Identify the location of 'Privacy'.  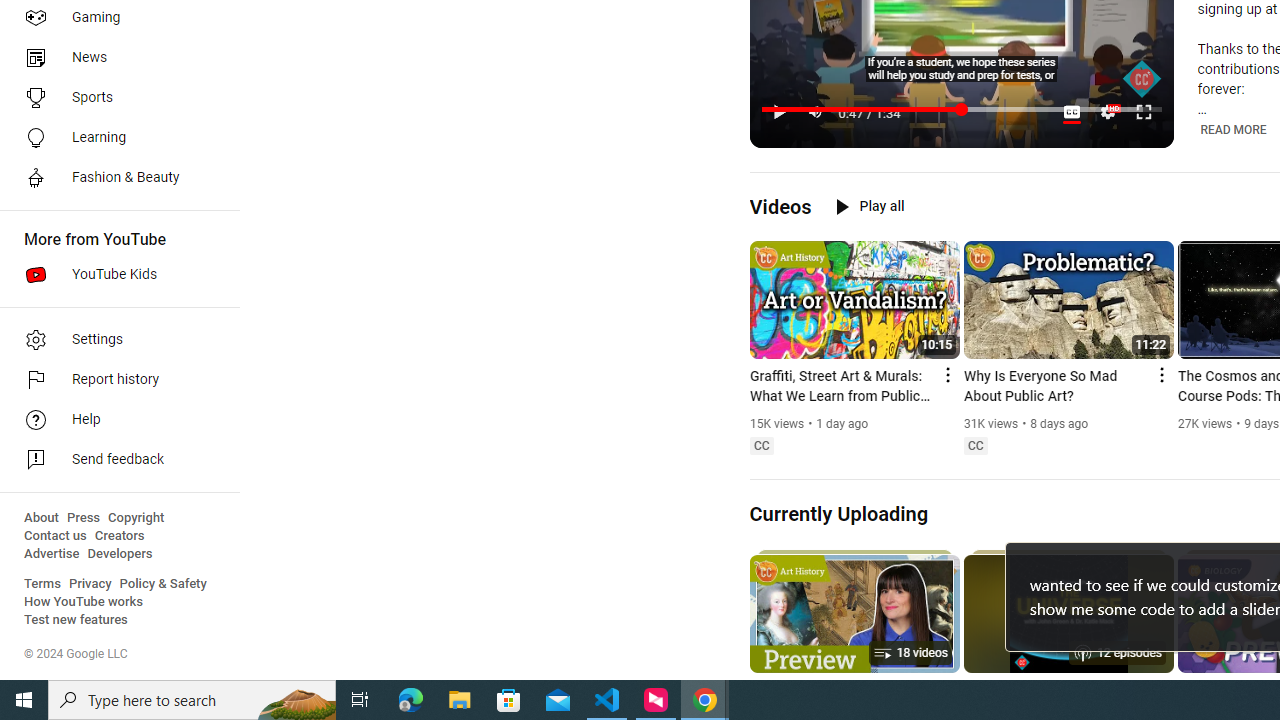
(89, 584).